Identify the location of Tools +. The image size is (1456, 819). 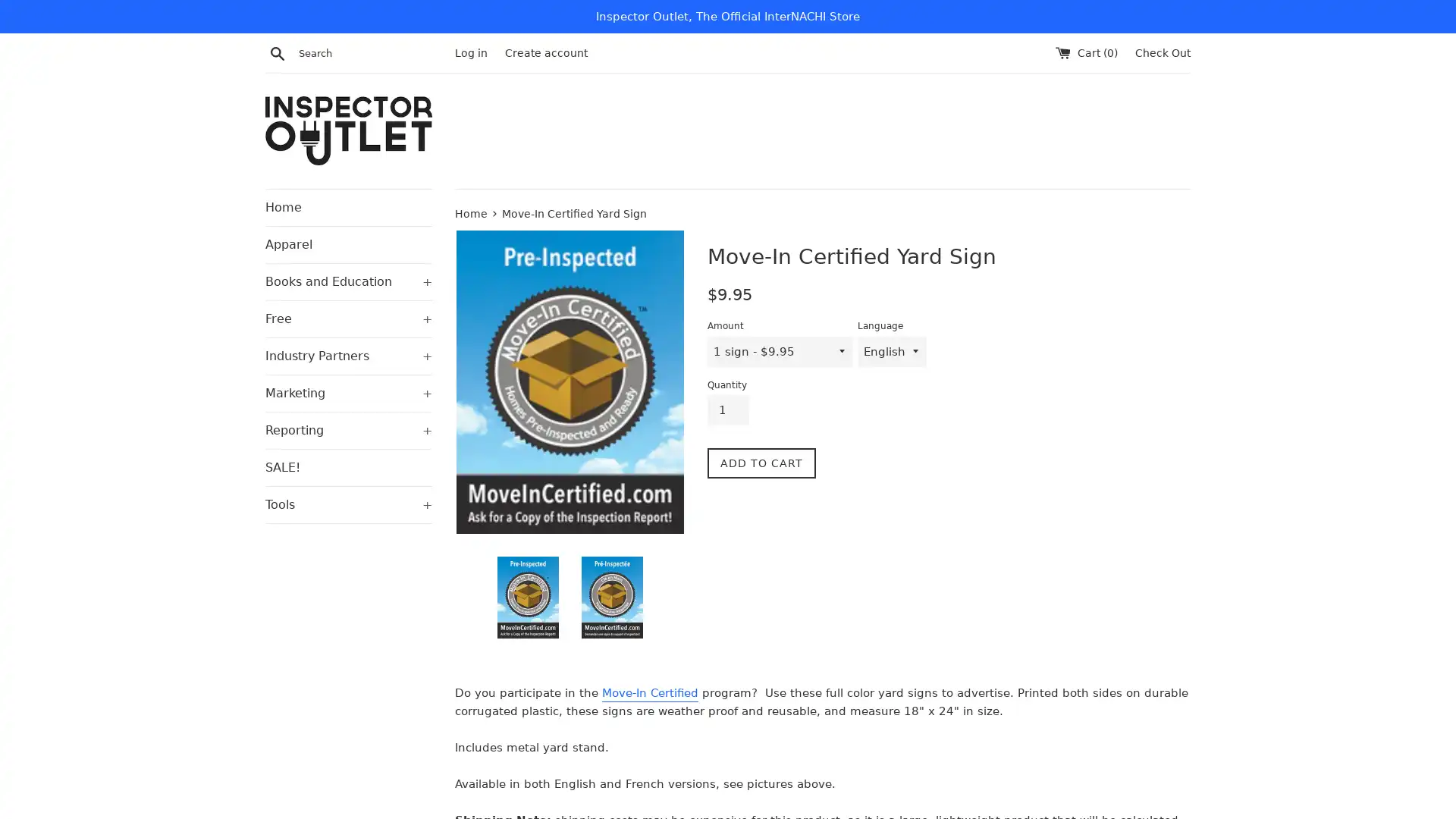
(348, 504).